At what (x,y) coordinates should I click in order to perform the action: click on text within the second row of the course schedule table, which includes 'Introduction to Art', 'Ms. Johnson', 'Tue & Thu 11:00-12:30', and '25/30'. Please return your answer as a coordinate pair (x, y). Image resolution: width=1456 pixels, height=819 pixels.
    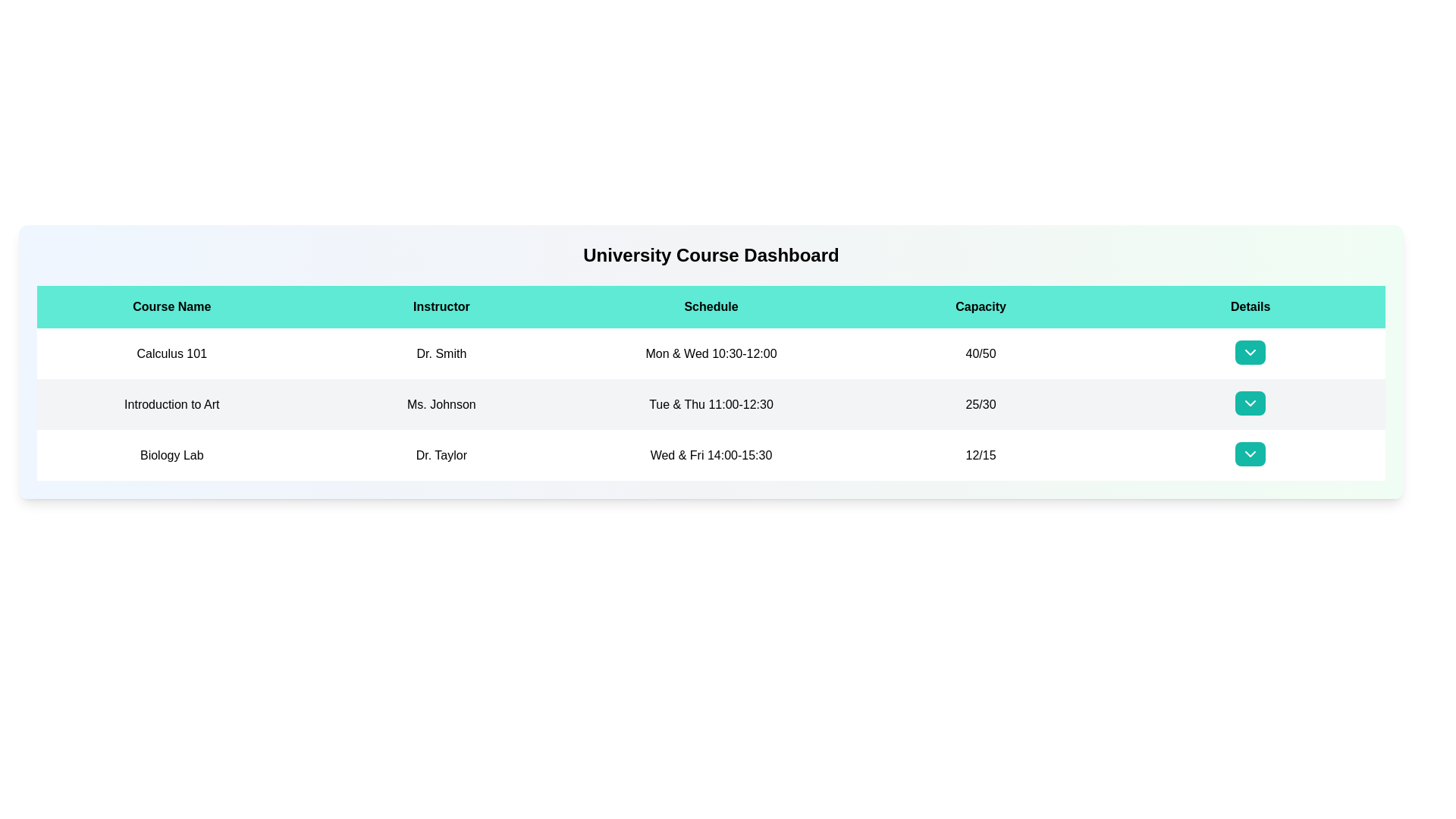
    Looking at the image, I should click on (710, 403).